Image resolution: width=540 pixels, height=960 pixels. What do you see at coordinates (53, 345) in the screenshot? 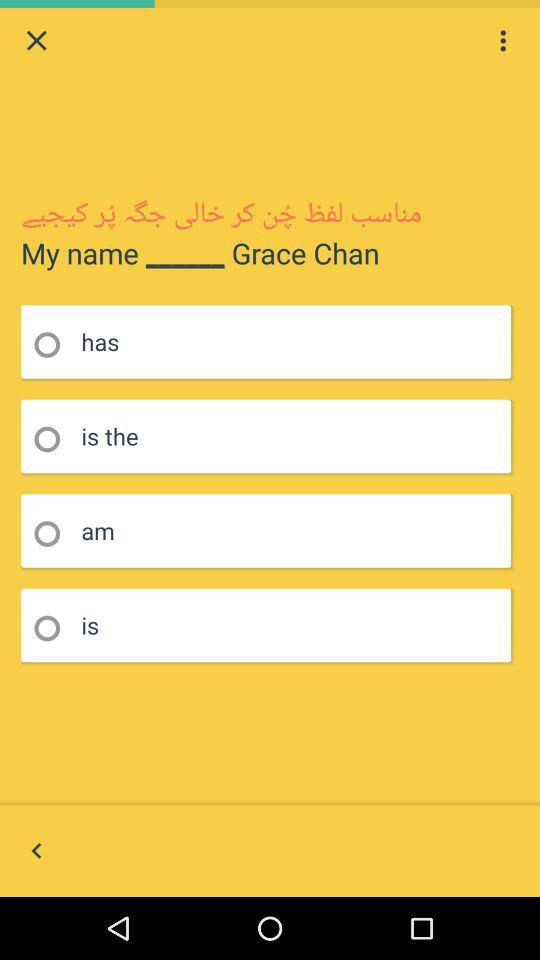
I see `1st radio button` at bounding box center [53, 345].